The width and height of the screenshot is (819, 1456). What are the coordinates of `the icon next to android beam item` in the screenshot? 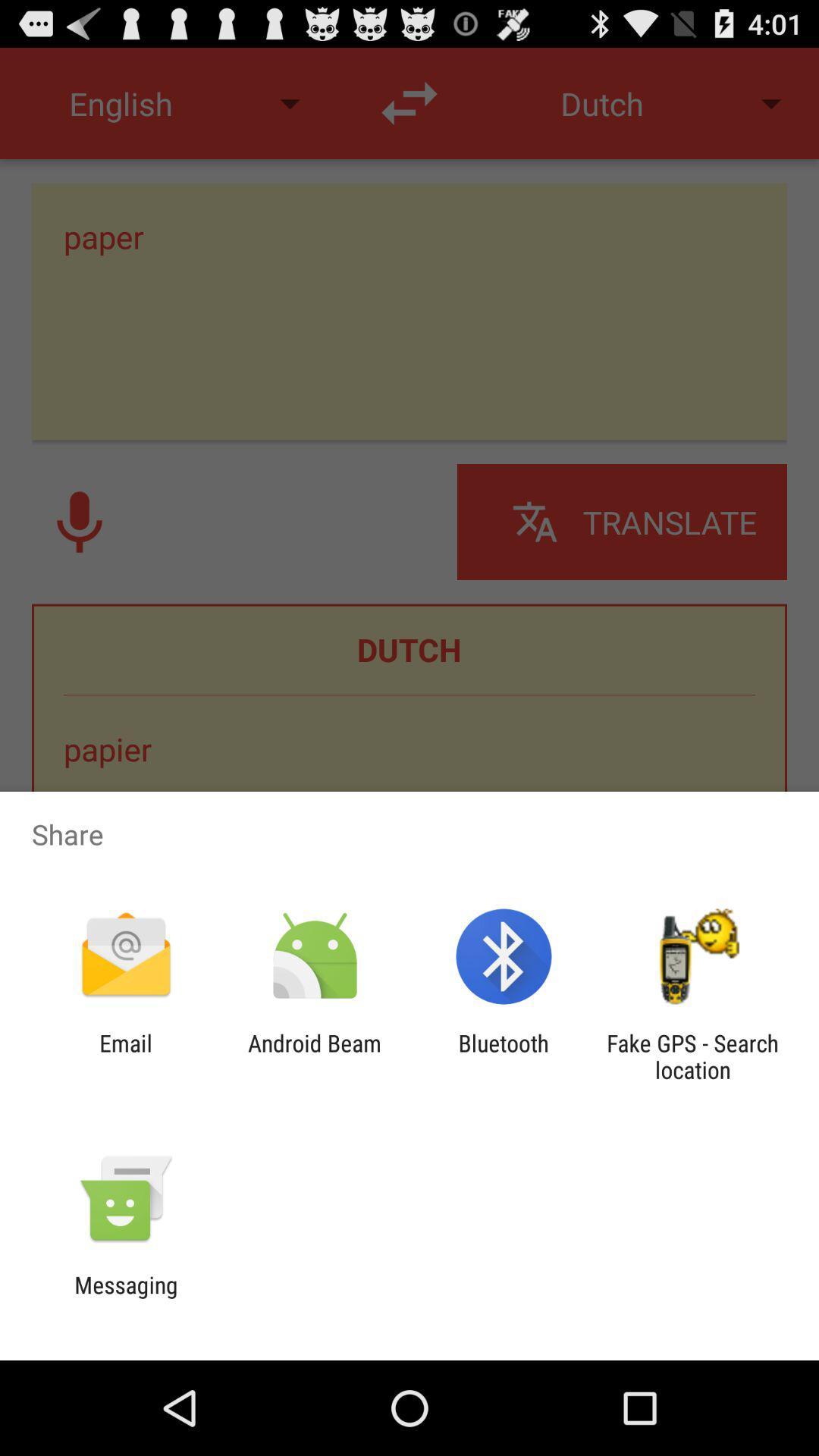 It's located at (504, 1056).